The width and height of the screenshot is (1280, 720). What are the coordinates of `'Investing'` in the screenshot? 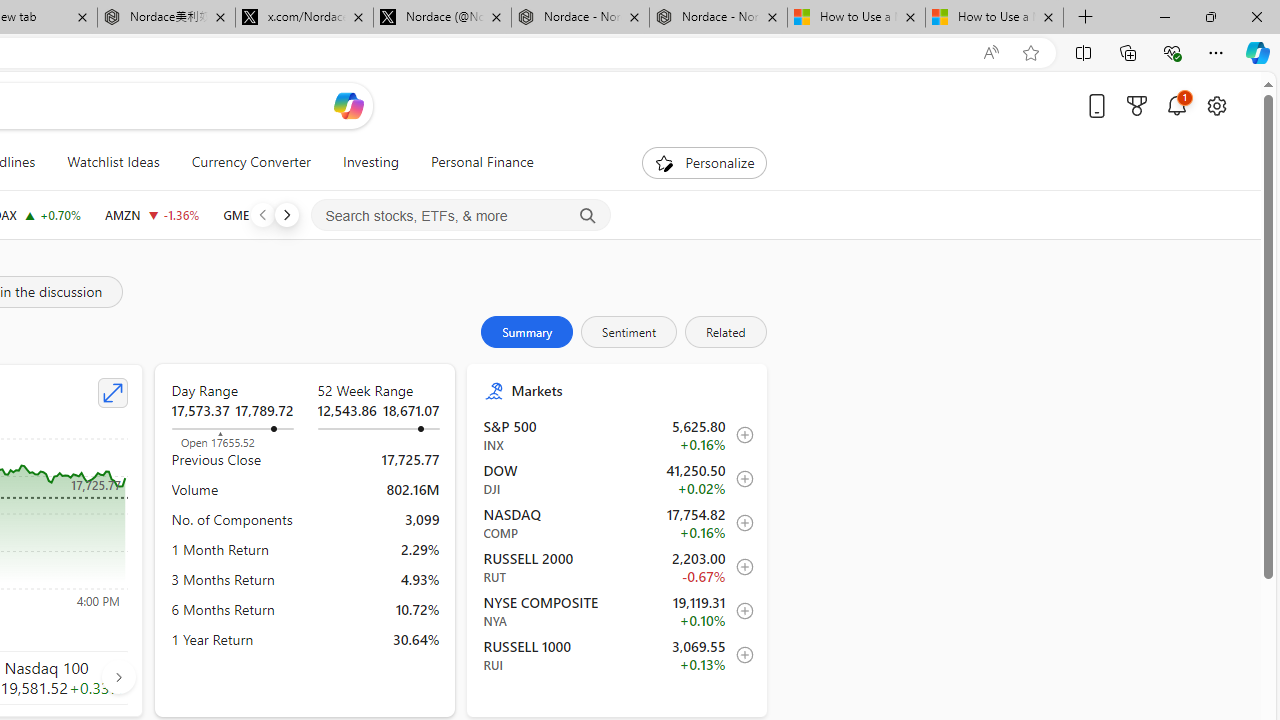 It's located at (370, 162).